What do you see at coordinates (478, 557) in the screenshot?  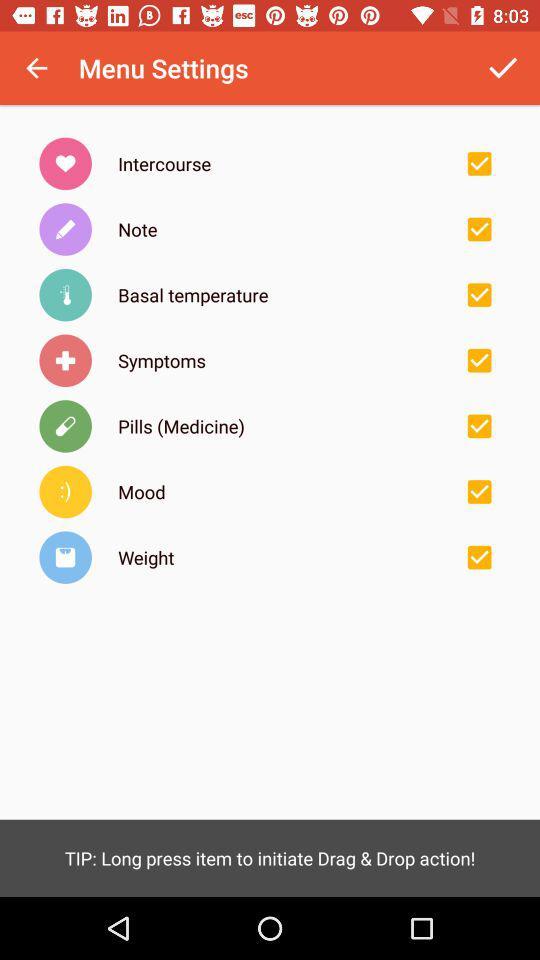 I see `item selection box` at bounding box center [478, 557].